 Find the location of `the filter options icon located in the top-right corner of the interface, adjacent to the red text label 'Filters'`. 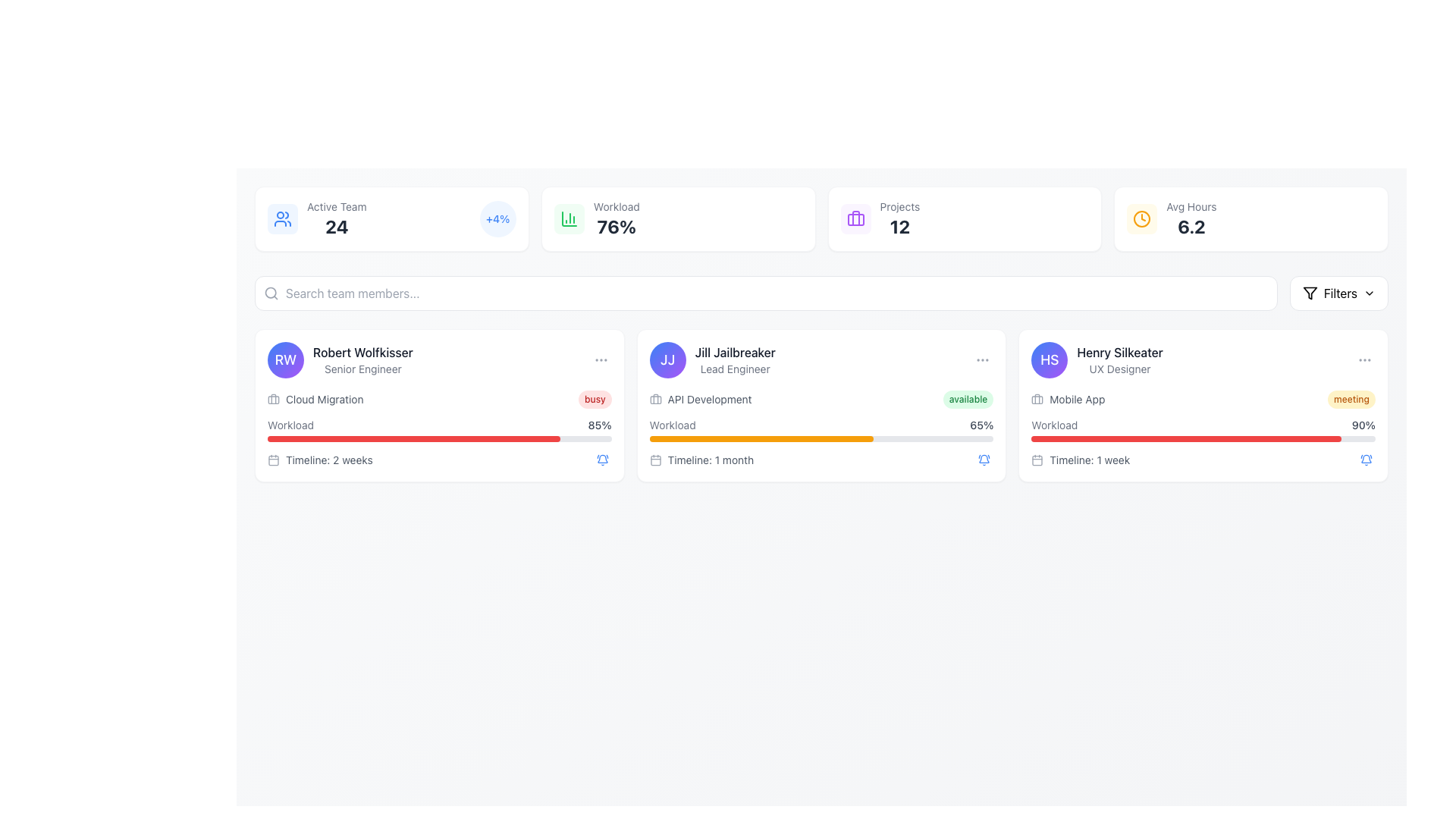

the filter options icon located in the top-right corner of the interface, adjacent to the red text label 'Filters' is located at coordinates (1309, 293).